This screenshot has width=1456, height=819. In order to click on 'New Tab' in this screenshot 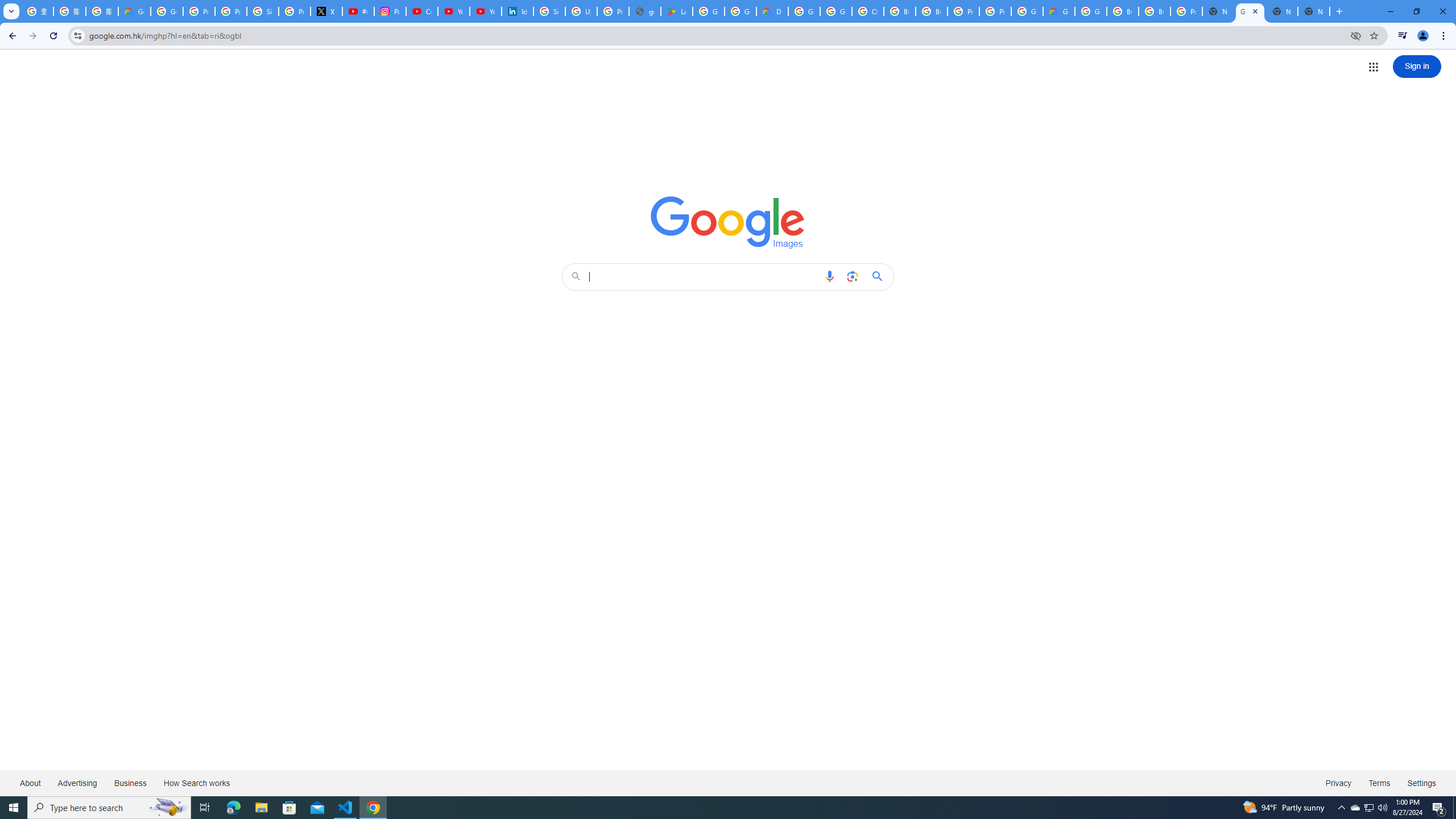, I will do `click(1314, 11)`.